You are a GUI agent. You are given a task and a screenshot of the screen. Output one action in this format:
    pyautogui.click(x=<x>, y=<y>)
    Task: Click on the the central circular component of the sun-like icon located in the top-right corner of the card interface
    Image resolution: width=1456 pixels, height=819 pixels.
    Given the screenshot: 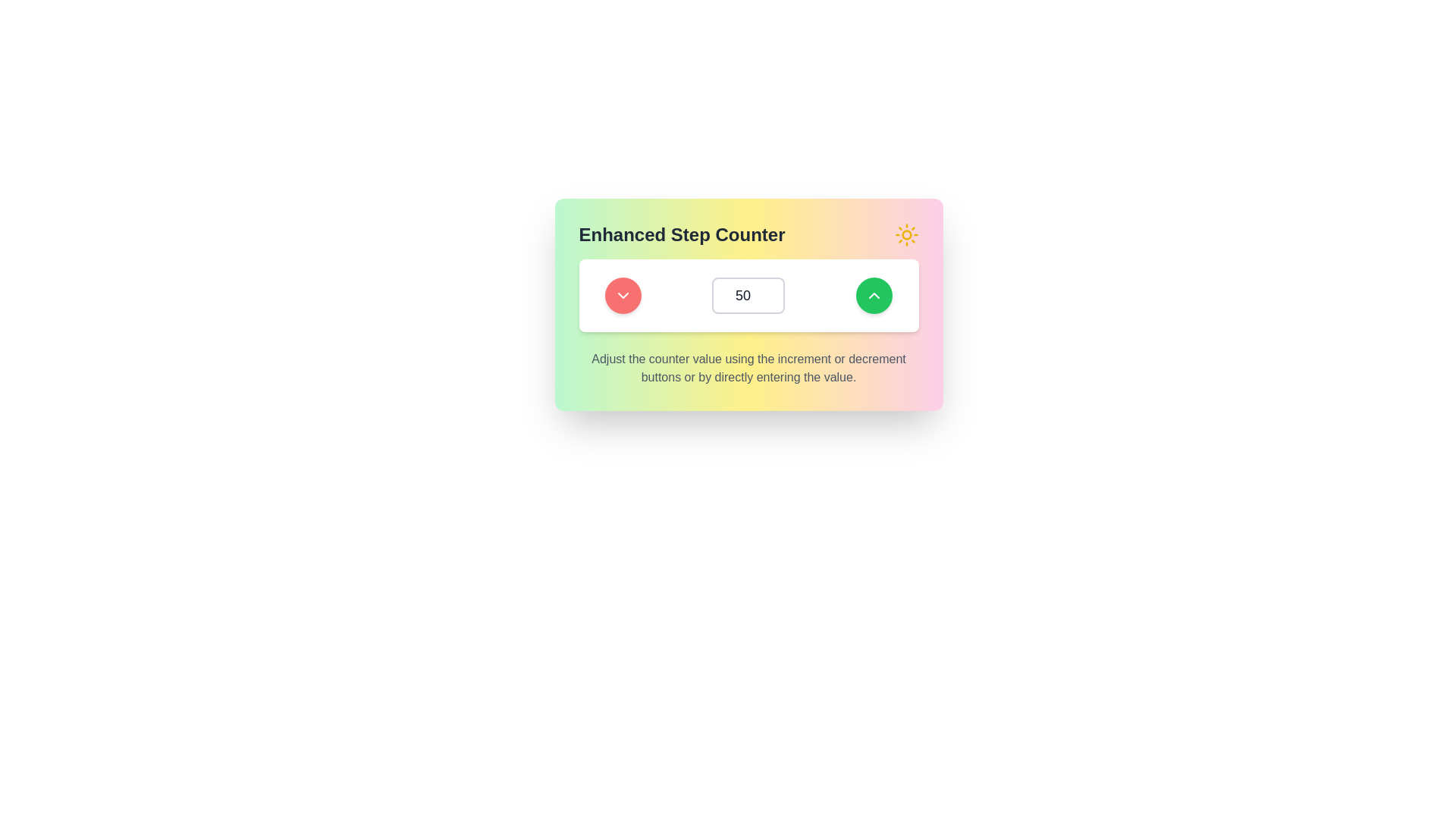 What is the action you would take?
    pyautogui.click(x=906, y=234)
    